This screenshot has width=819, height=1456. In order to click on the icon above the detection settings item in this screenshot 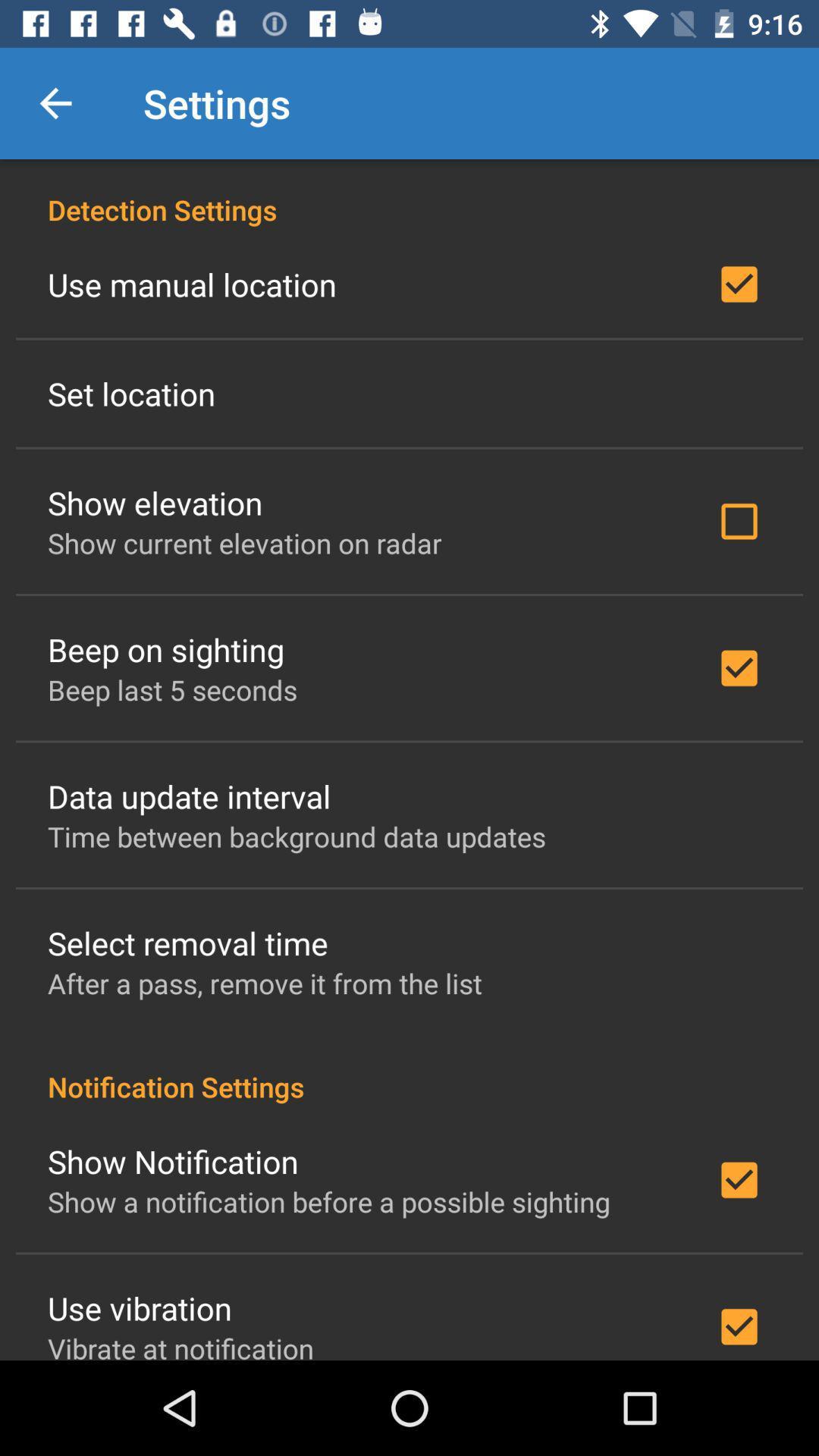, I will do `click(55, 102)`.